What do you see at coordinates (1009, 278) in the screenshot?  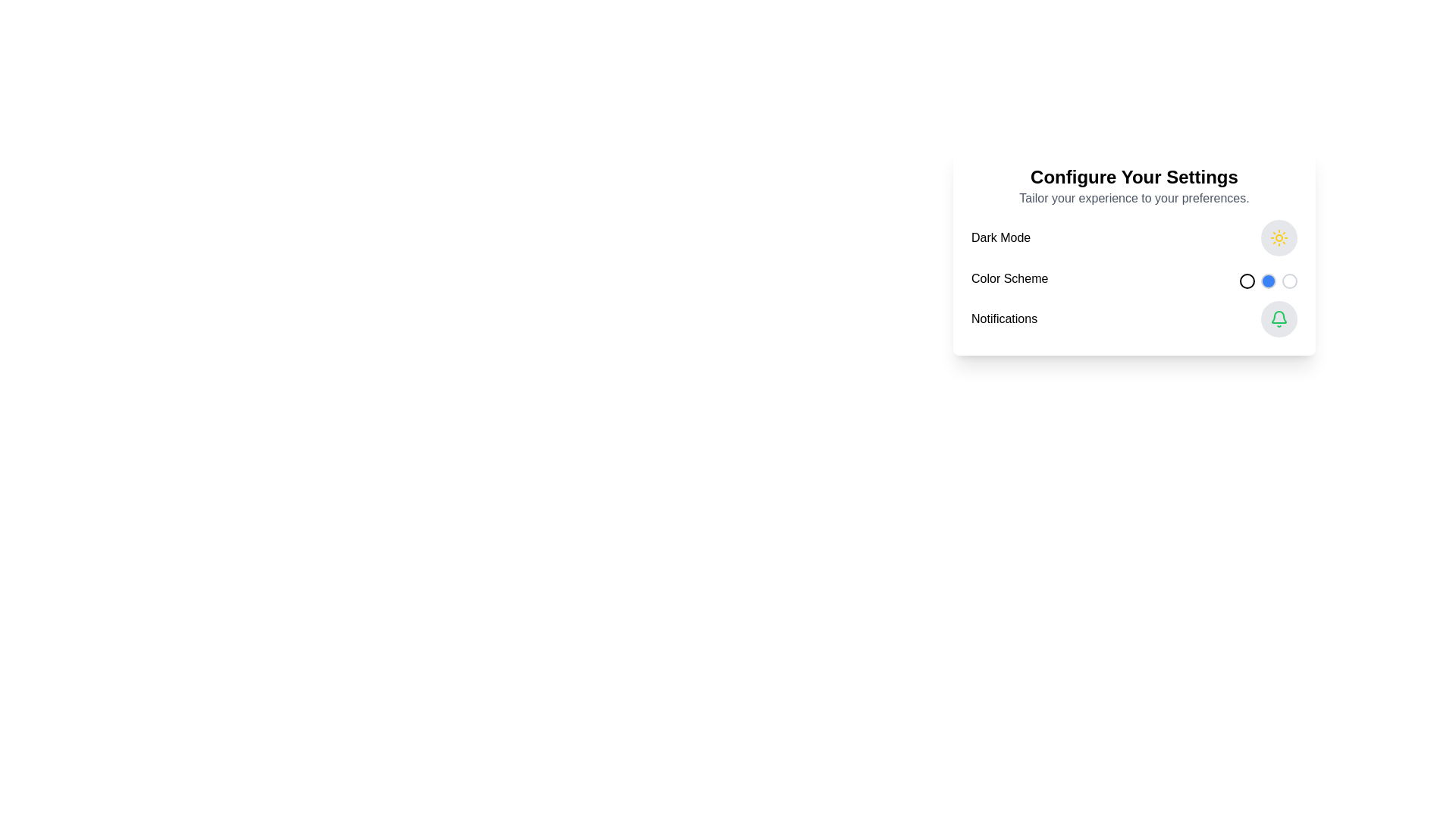 I see `the 'Color Scheme' label, which is styled with a medium-weight font and is located between the 'Dark Mode' and 'Notifications' labels in the settings configuration card` at bounding box center [1009, 278].